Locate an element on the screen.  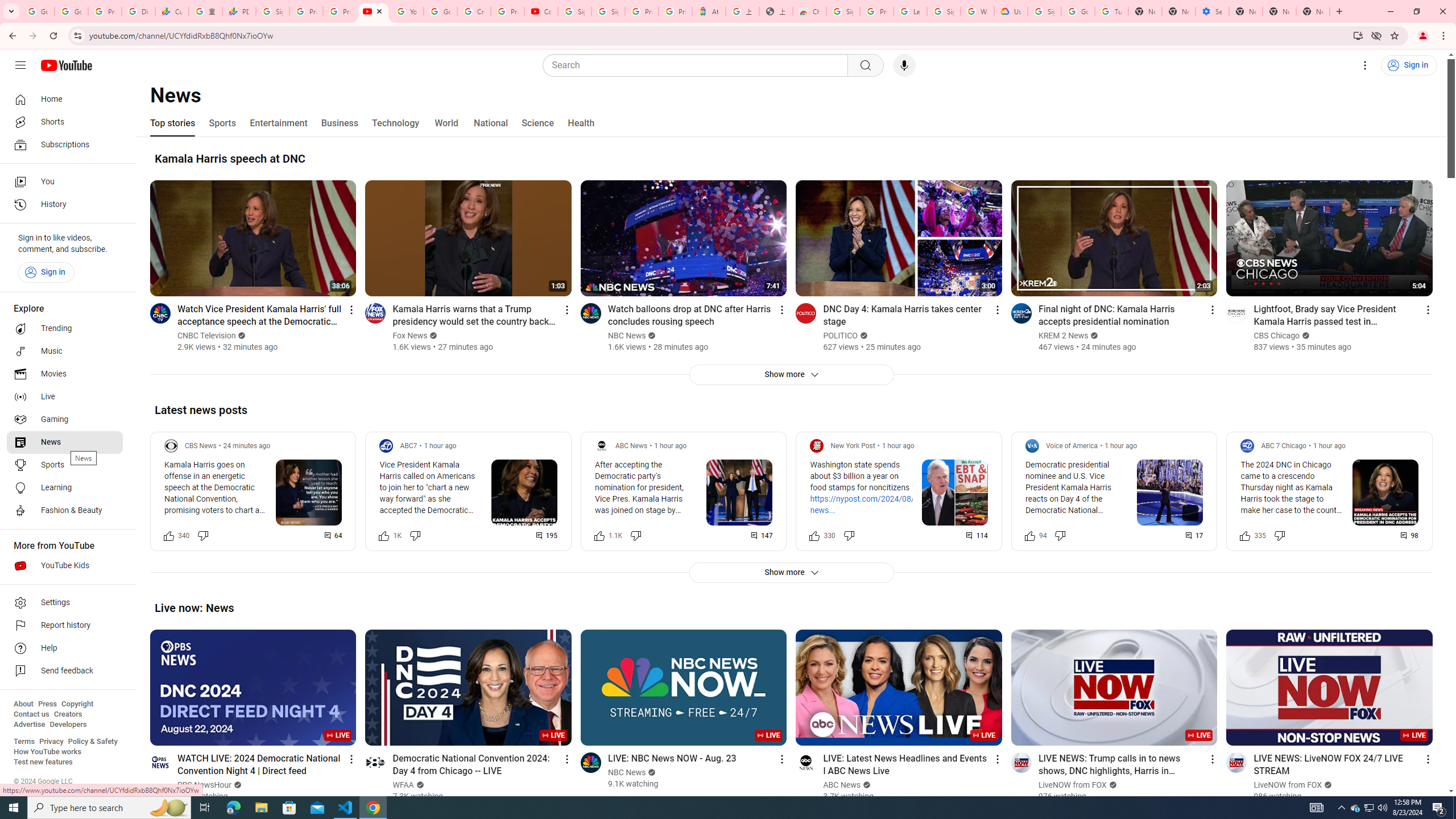
'Google Workspace Admin Community' is located at coordinates (37, 11).